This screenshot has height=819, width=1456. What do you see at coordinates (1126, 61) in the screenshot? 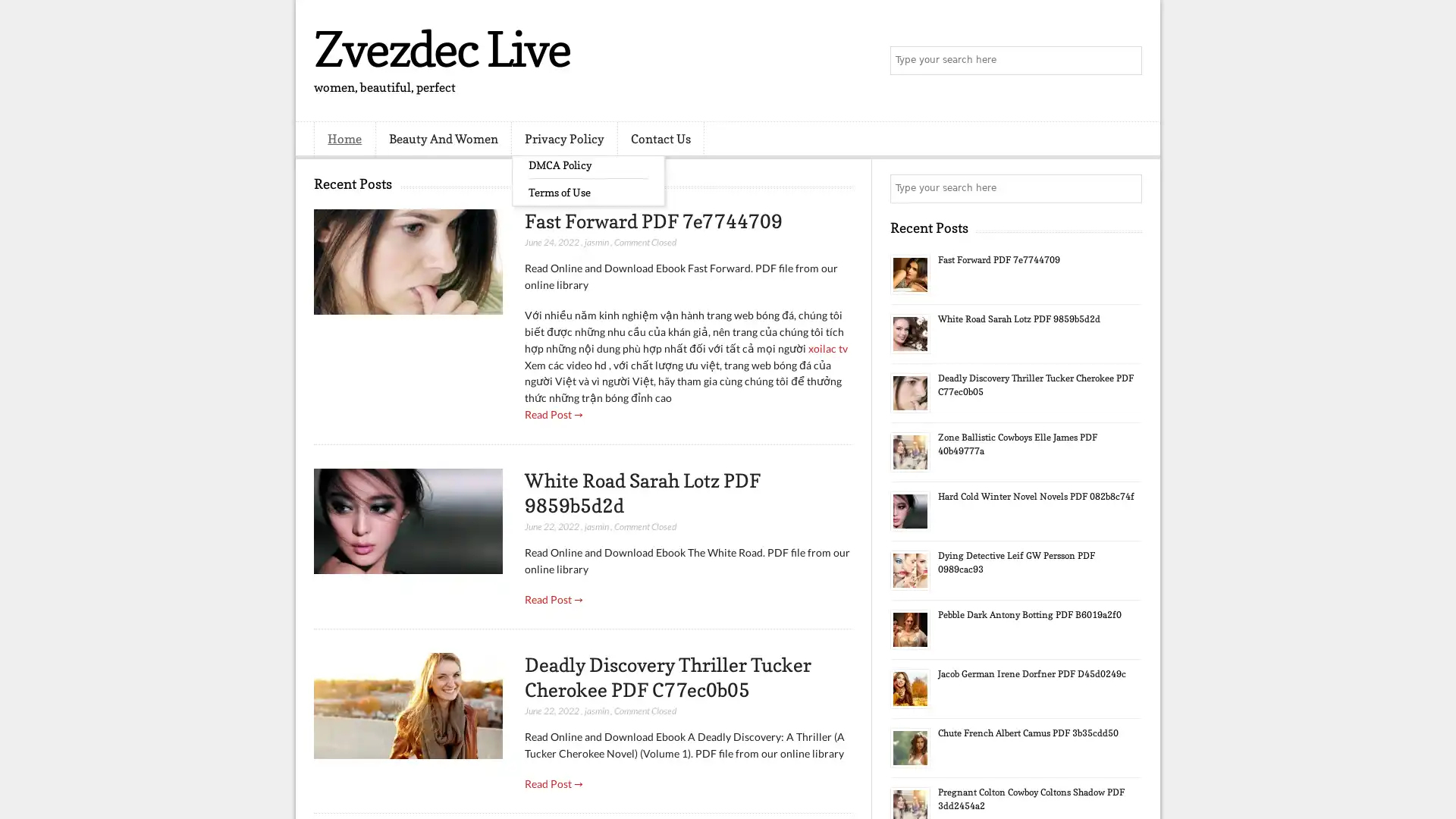
I see `Search` at bounding box center [1126, 61].